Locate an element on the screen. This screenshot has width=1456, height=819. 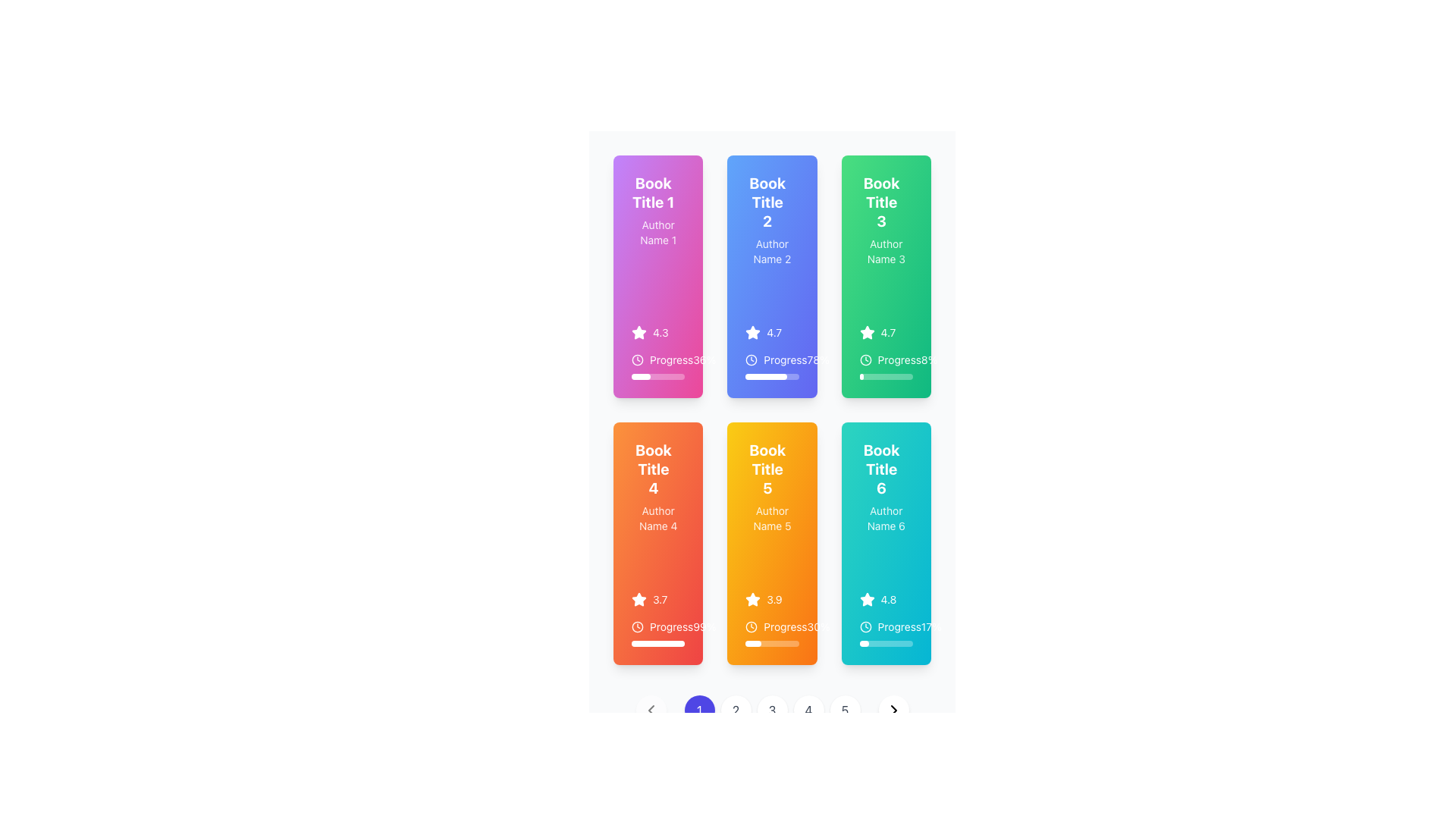
the white horizontal progress bar located at the bottom of the card for 'Book Title 4', which is styled smoothly and is positioned centrally in the lower area of the card is located at coordinates (657, 643).